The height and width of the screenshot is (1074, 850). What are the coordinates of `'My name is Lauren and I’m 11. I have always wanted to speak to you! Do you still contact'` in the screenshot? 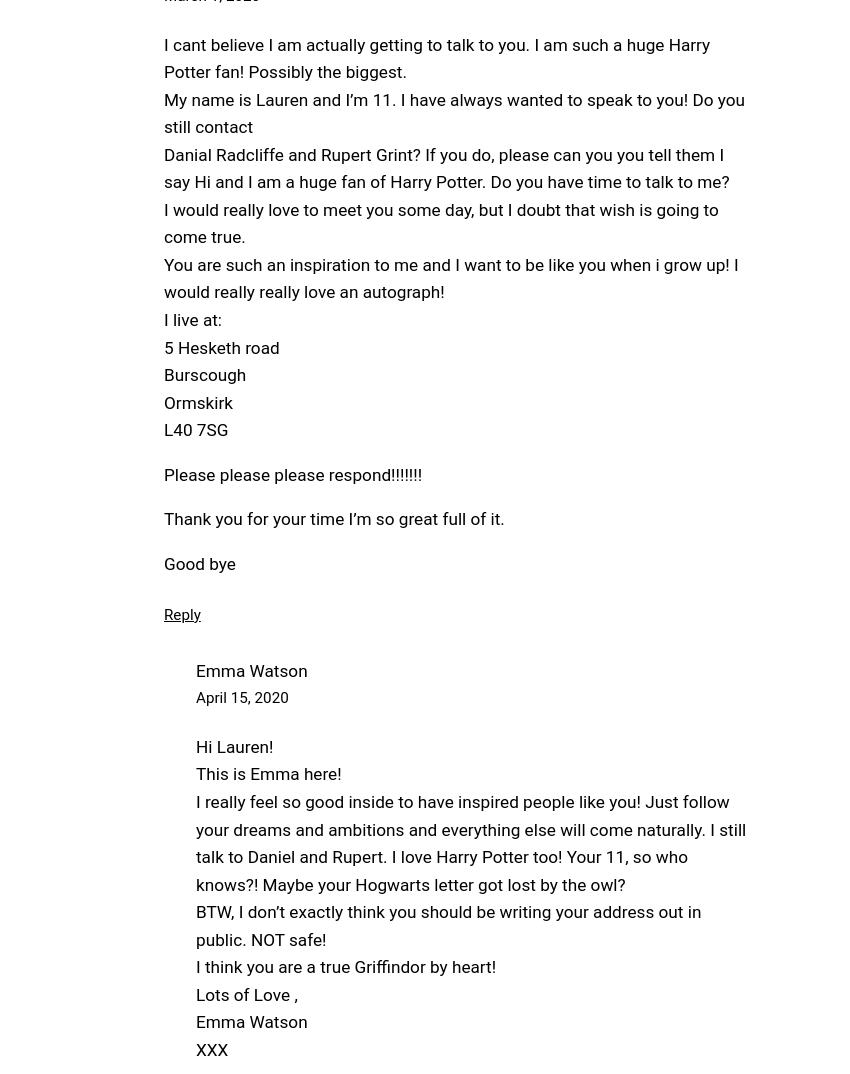 It's located at (453, 111).